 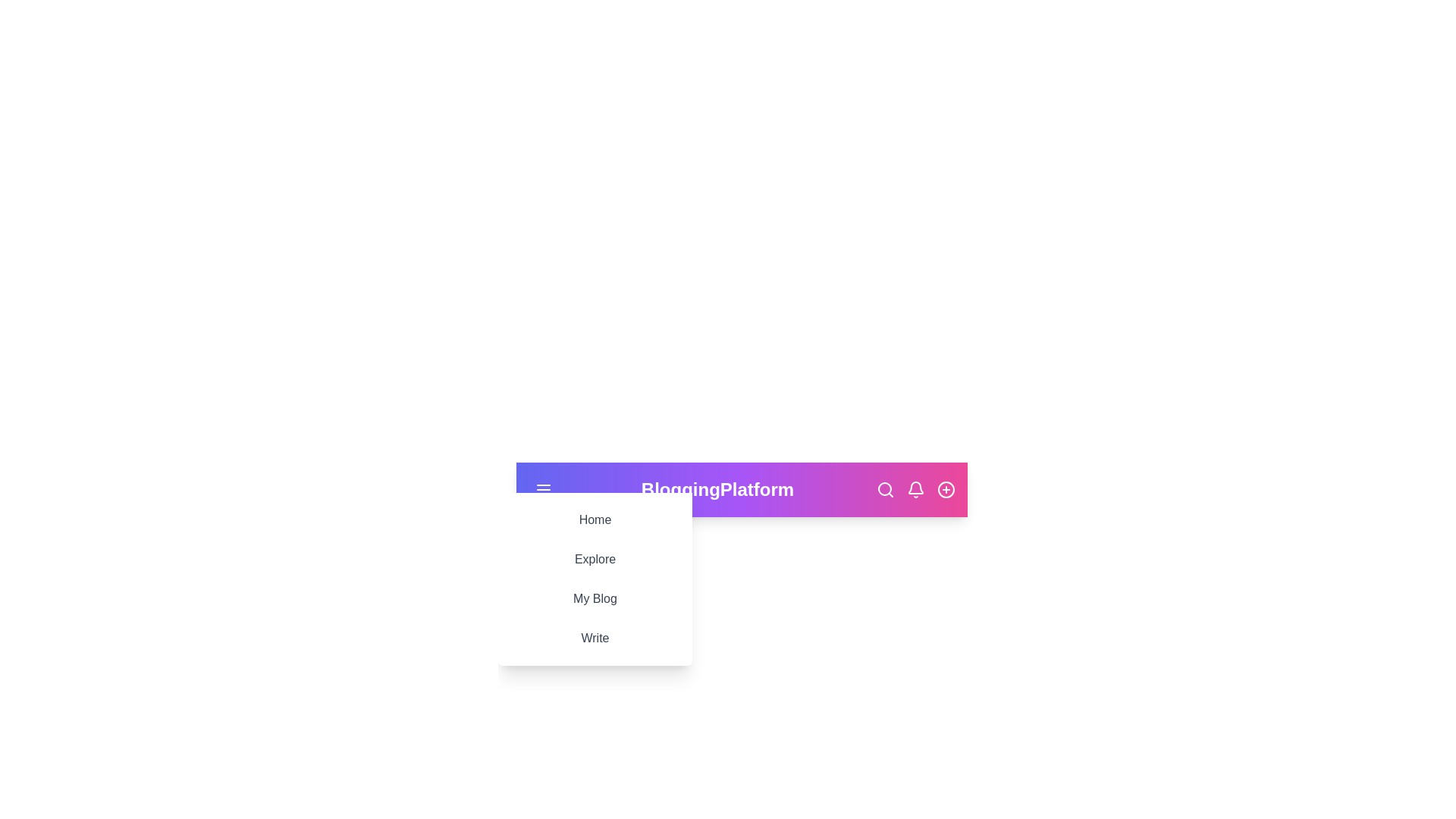 I want to click on the menu option Home from the sidebar, so click(x=595, y=519).